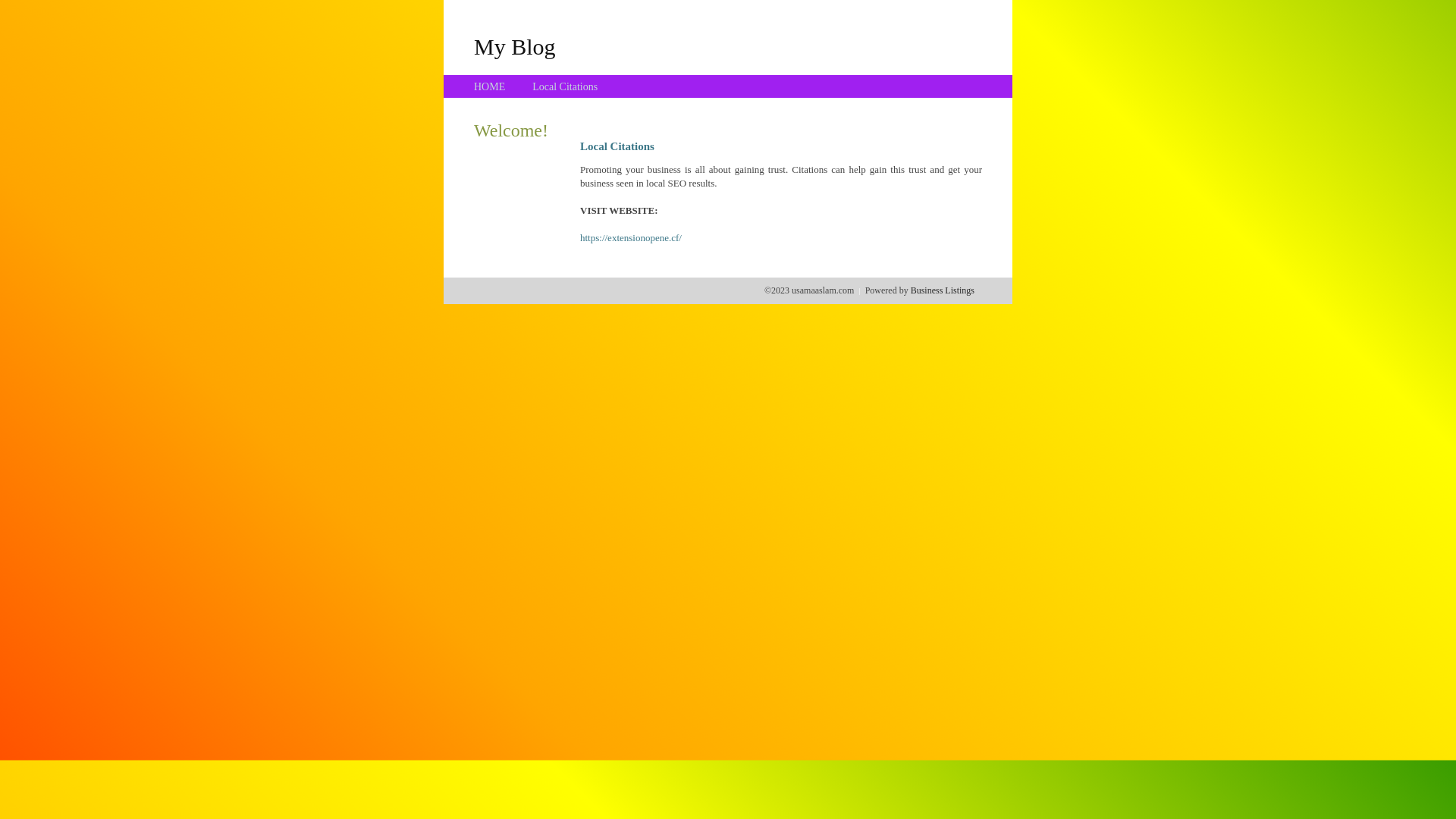  What do you see at coordinates (514, 45) in the screenshot?
I see `'My Blog'` at bounding box center [514, 45].